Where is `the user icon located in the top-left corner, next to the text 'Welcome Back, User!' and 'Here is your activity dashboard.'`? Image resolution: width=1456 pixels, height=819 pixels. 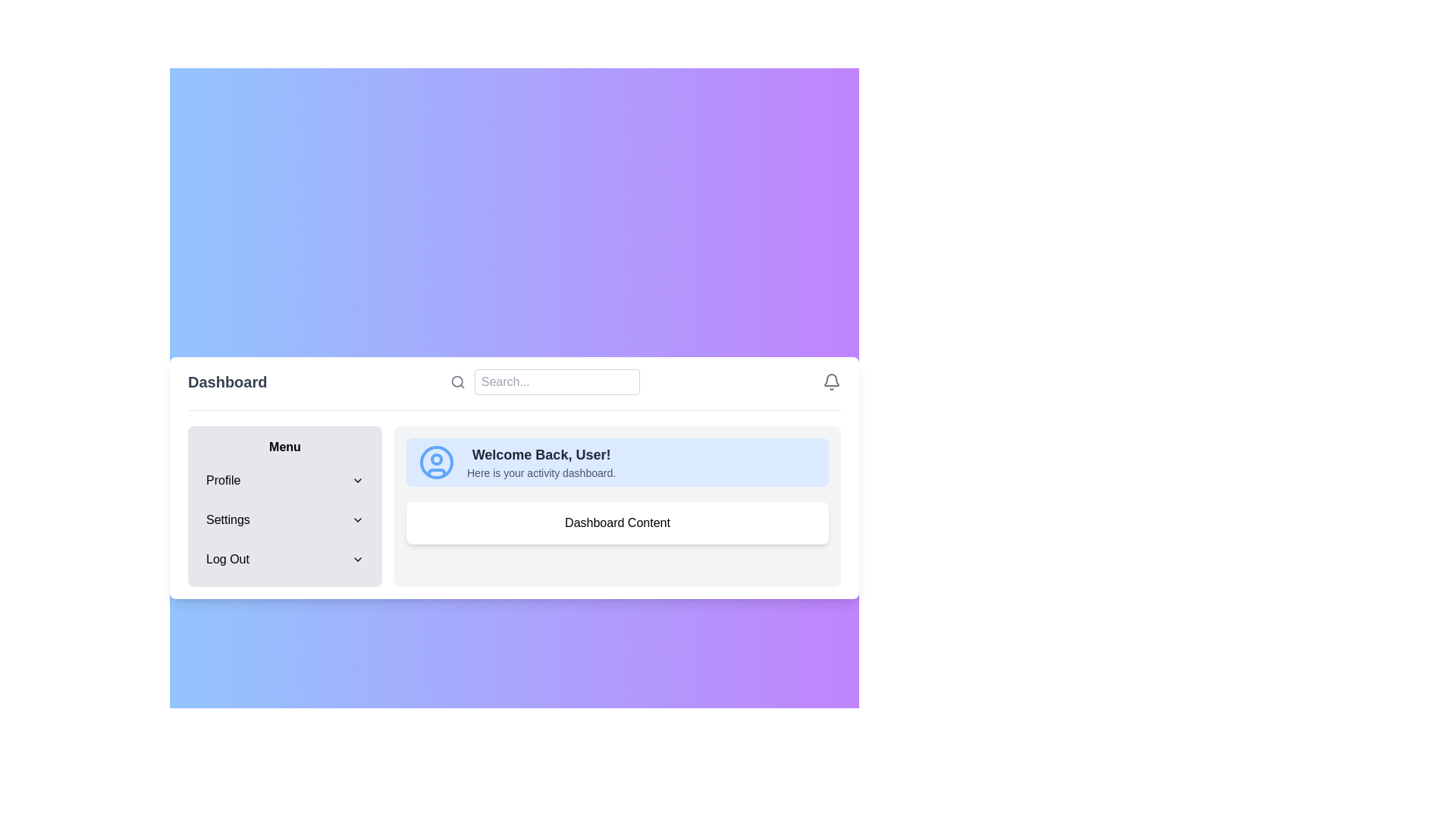 the user icon located in the top-left corner, next to the text 'Welcome Back, User!' and 'Here is your activity dashboard.' is located at coordinates (436, 461).